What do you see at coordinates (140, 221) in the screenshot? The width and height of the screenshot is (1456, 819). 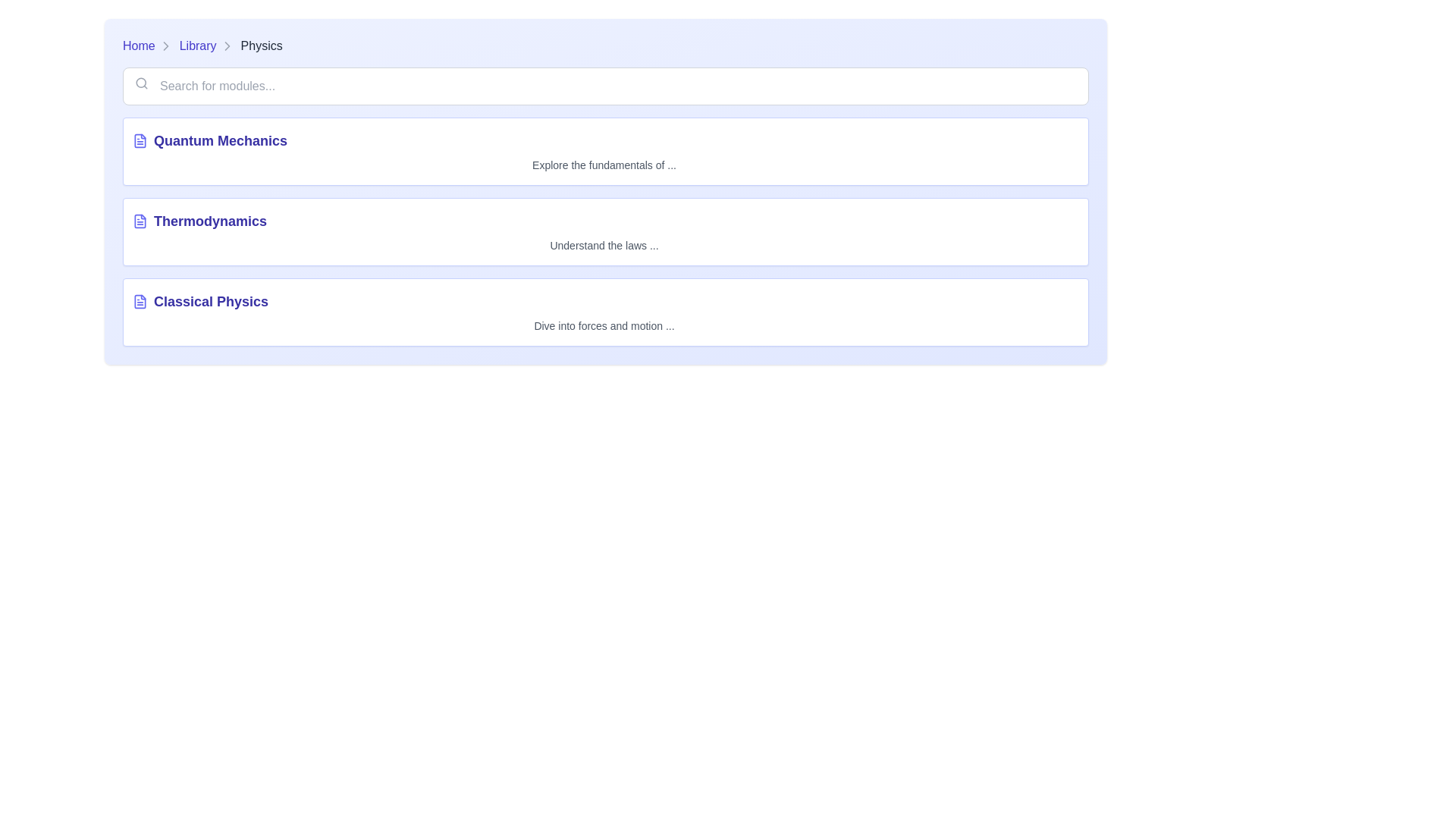 I see `the Thermodynamics icon` at bounding box center [140, 221].